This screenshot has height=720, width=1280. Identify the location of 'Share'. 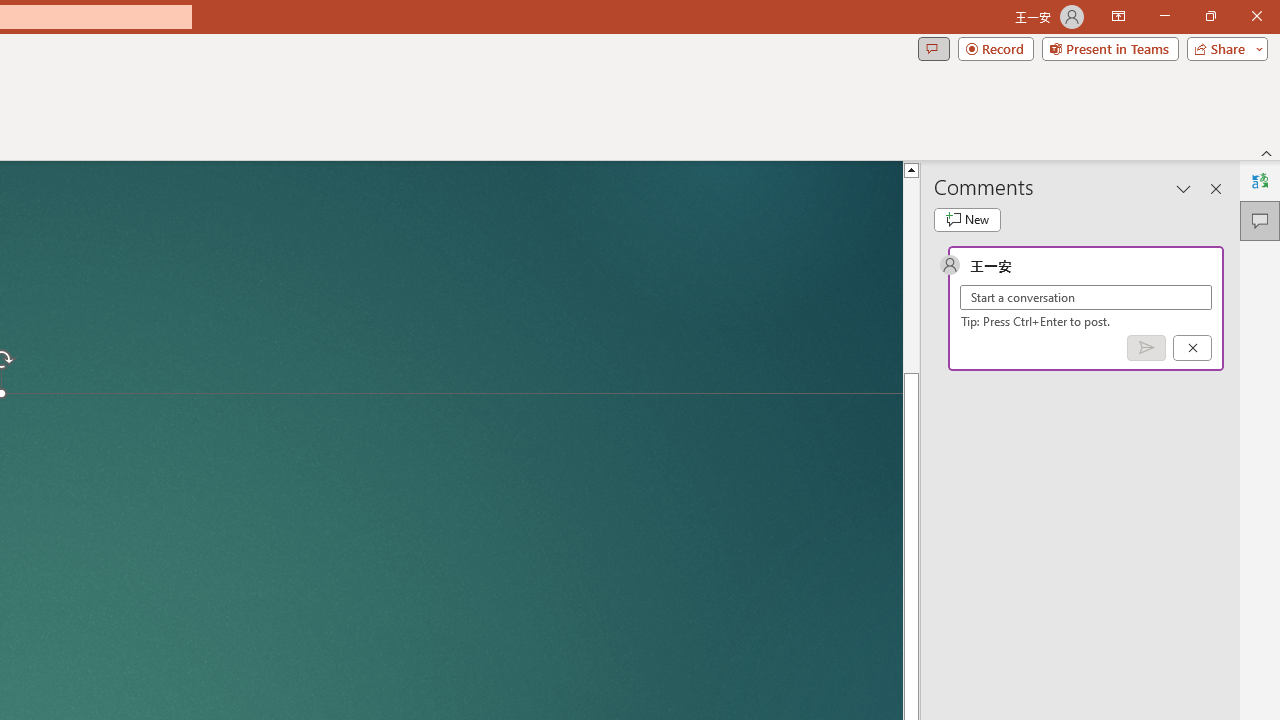
(1227, 83).